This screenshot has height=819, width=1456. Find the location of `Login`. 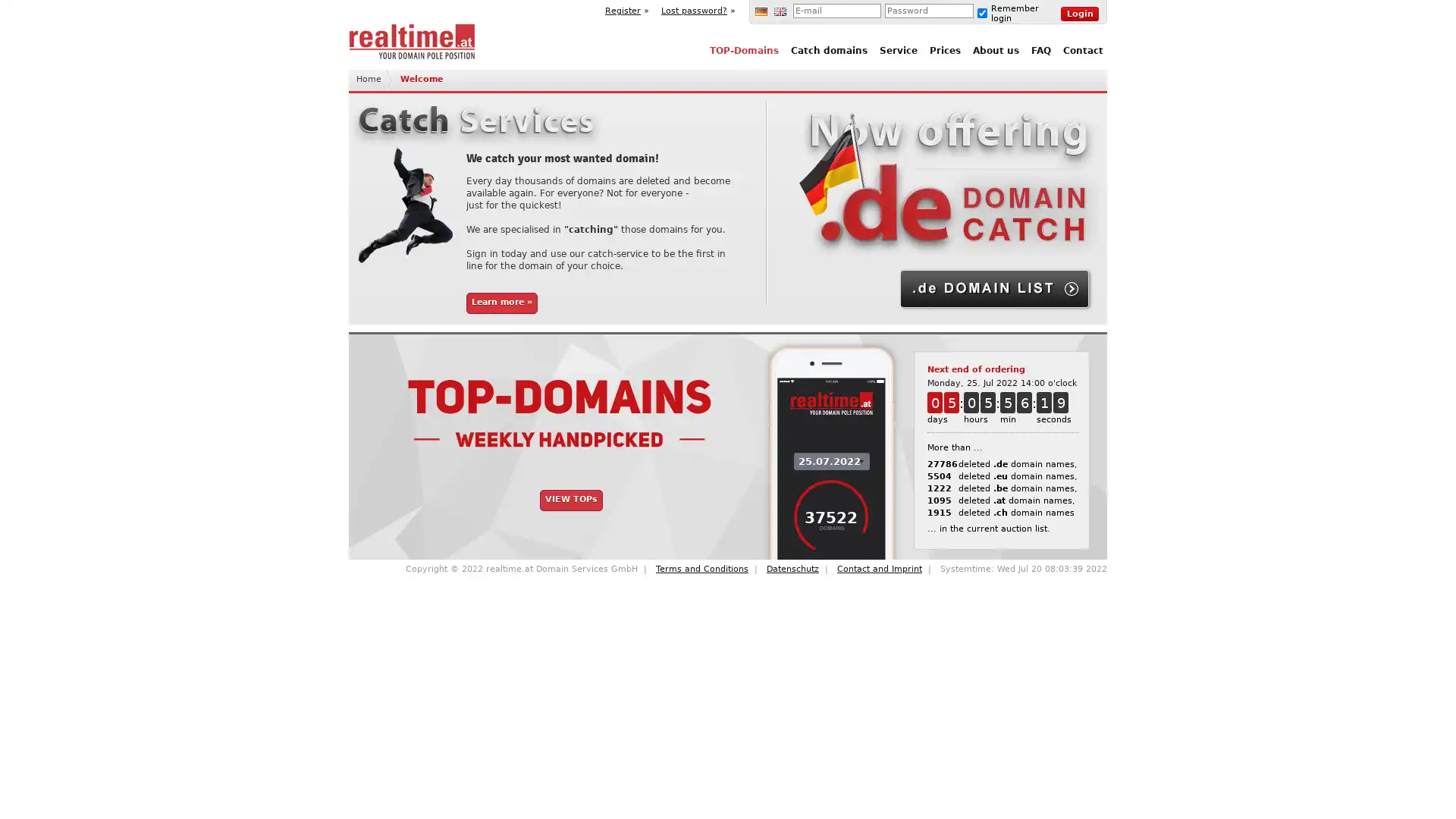

Login is located at coordinates (1079, 13).